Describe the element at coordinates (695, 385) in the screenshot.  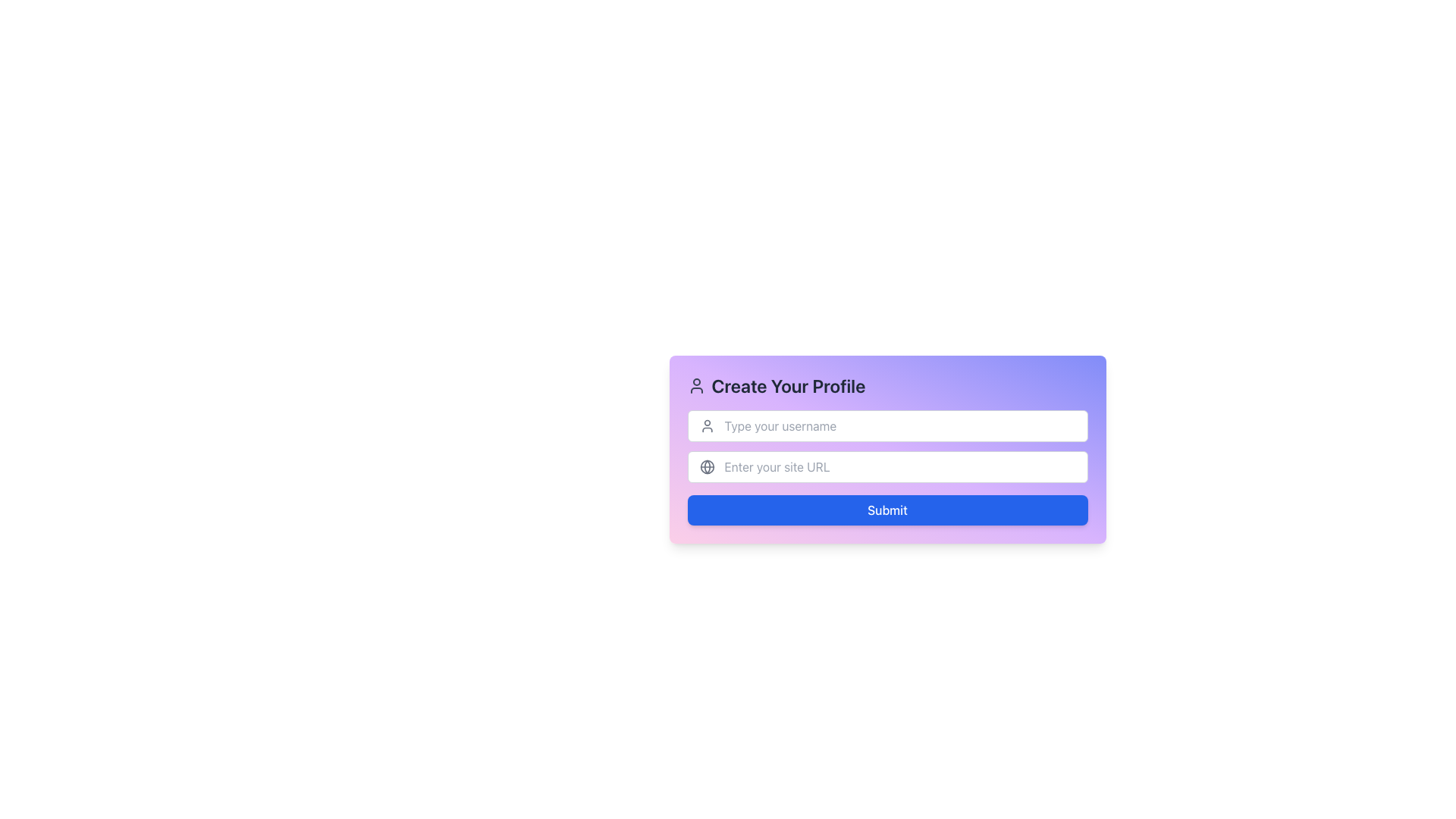
I see `the user icon located to the left of the 'Create Your Profile' text in the header area, which serves as a visual cue for user profile creation` at that location.